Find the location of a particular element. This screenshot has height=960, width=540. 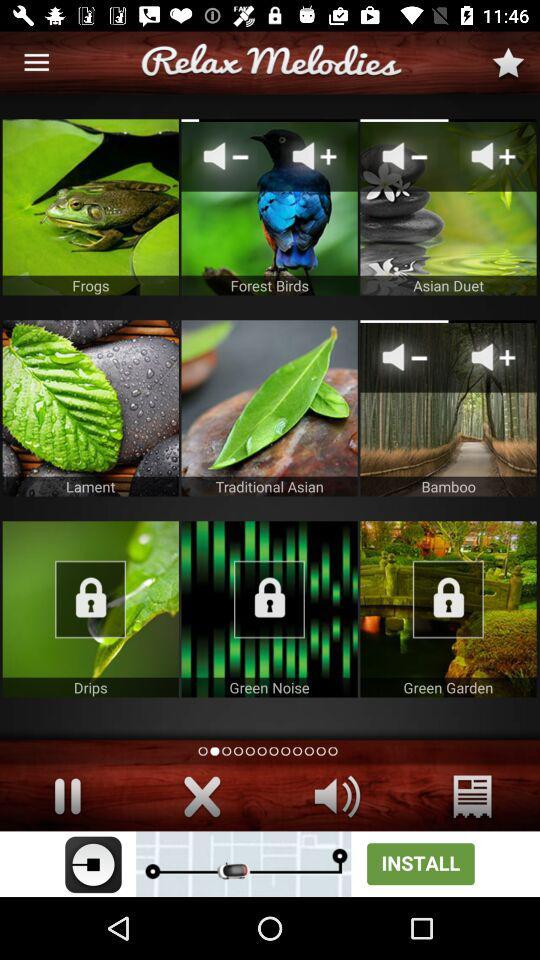

the skip_next icon is located at coordinates (202, 796).